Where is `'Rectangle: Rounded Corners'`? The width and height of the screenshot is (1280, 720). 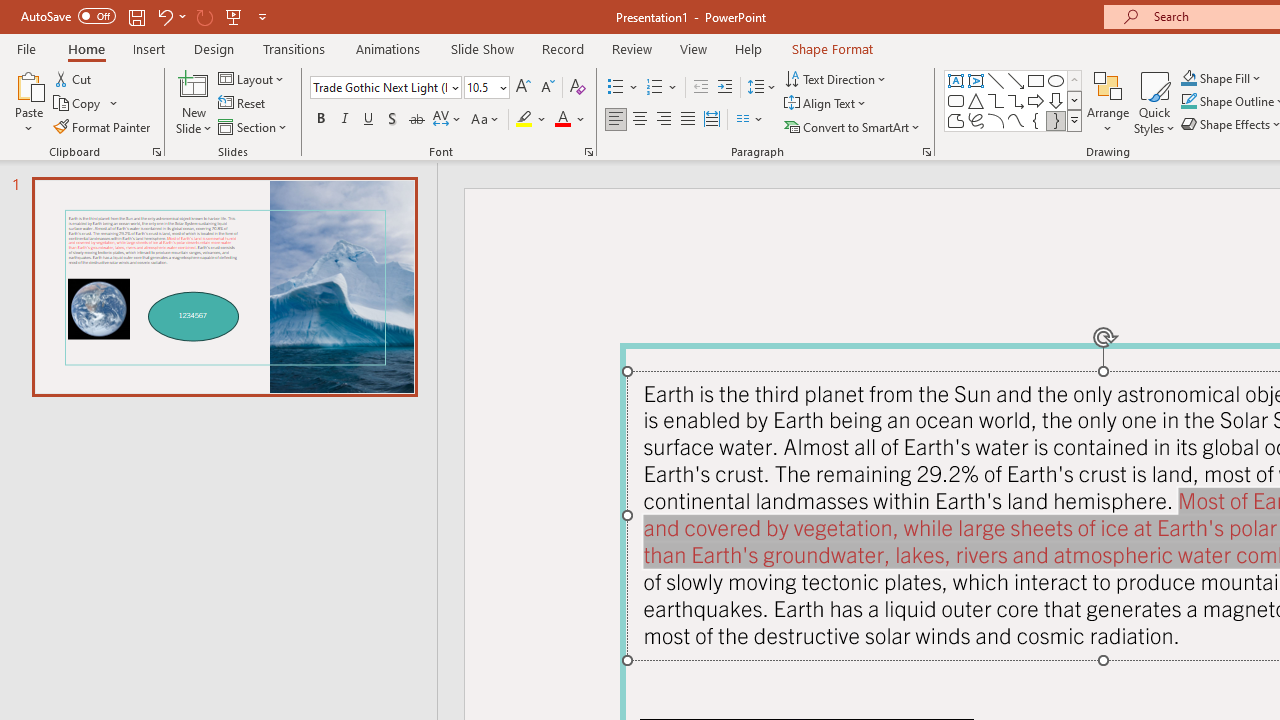 'Rectangle: Rounded Corners' is located at coordinates (955, 100).